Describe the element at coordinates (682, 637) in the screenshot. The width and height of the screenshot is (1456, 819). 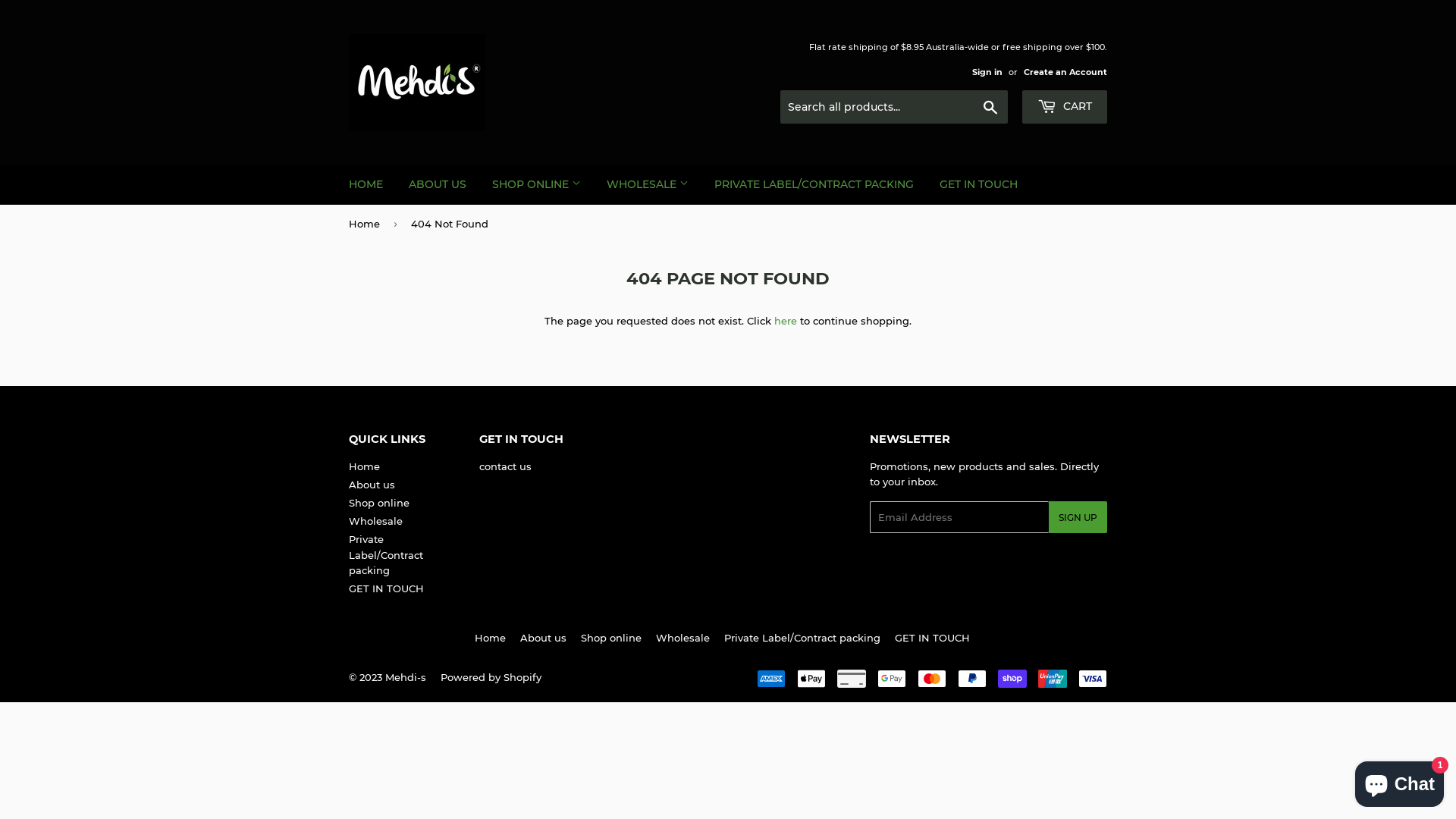
I see `'Wholesale'` at that location.